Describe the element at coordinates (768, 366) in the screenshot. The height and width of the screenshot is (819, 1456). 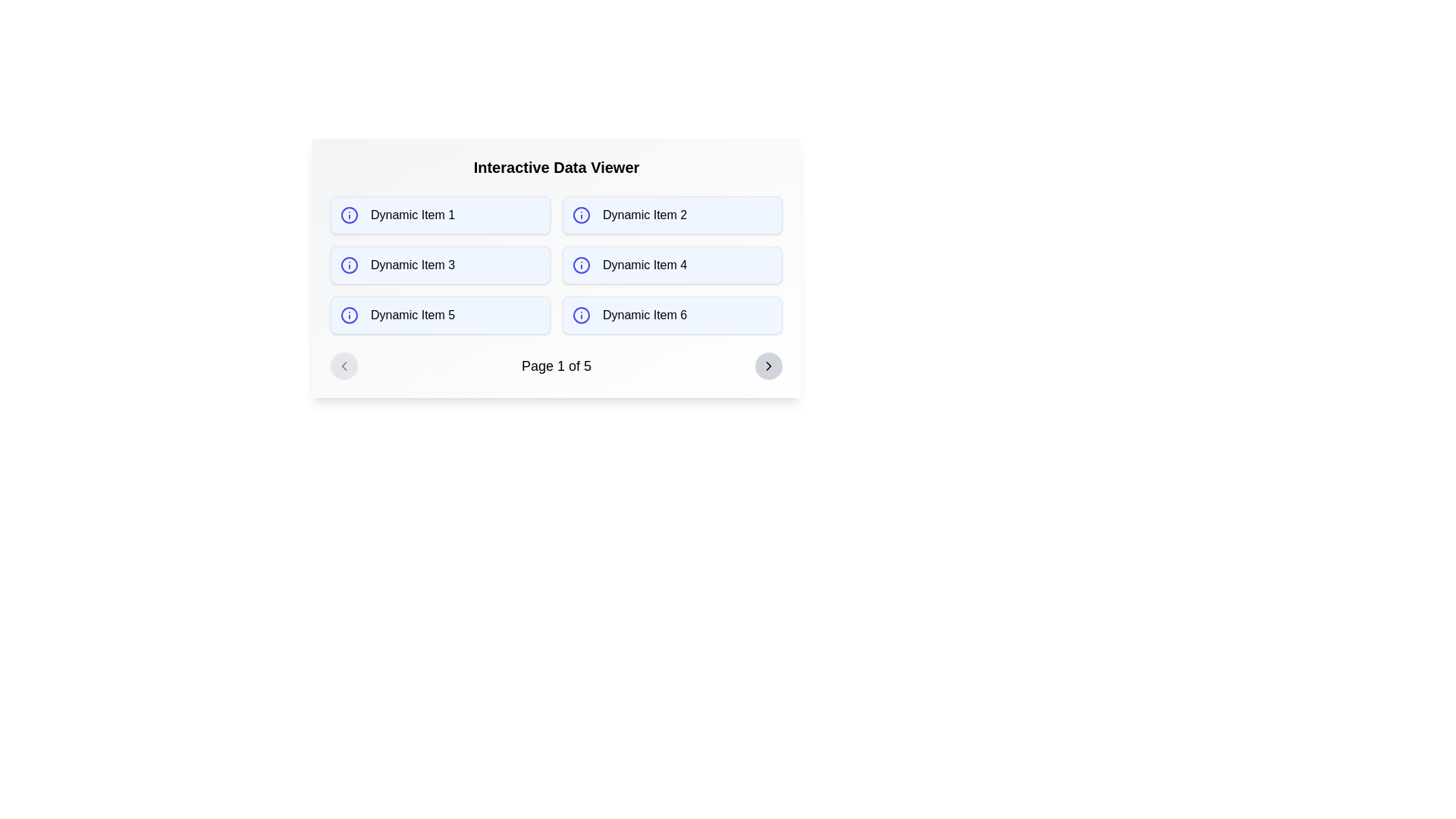
I see `the rightward navigation icon located inside the circular button in the bottom-right corner of the interface to receive visual feedback` at that location.